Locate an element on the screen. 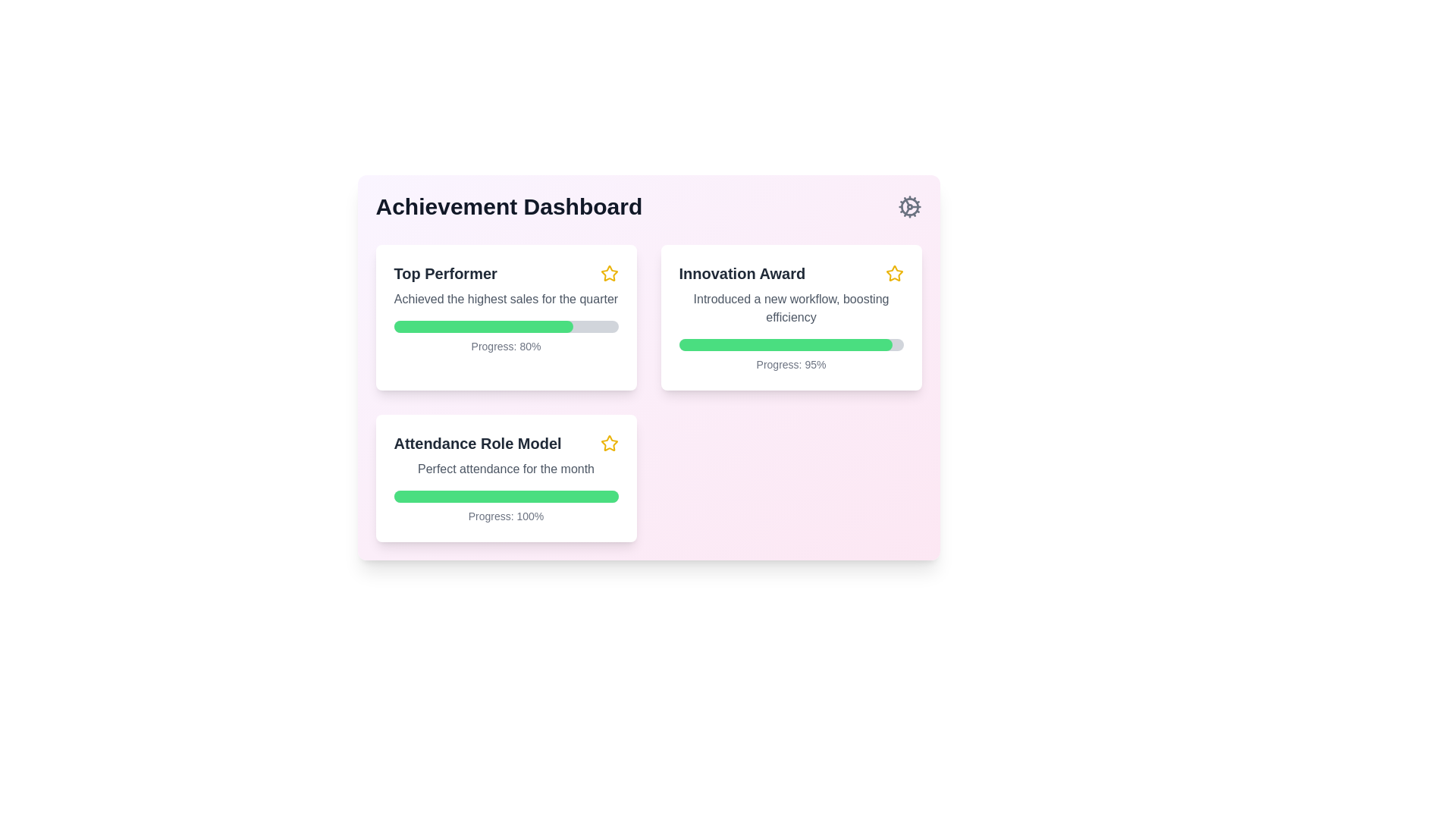  the 'Innovation Award' achievement card, which is the second card in the grid of top achievements located in the top-right corner is located at coordinates (790, 317).